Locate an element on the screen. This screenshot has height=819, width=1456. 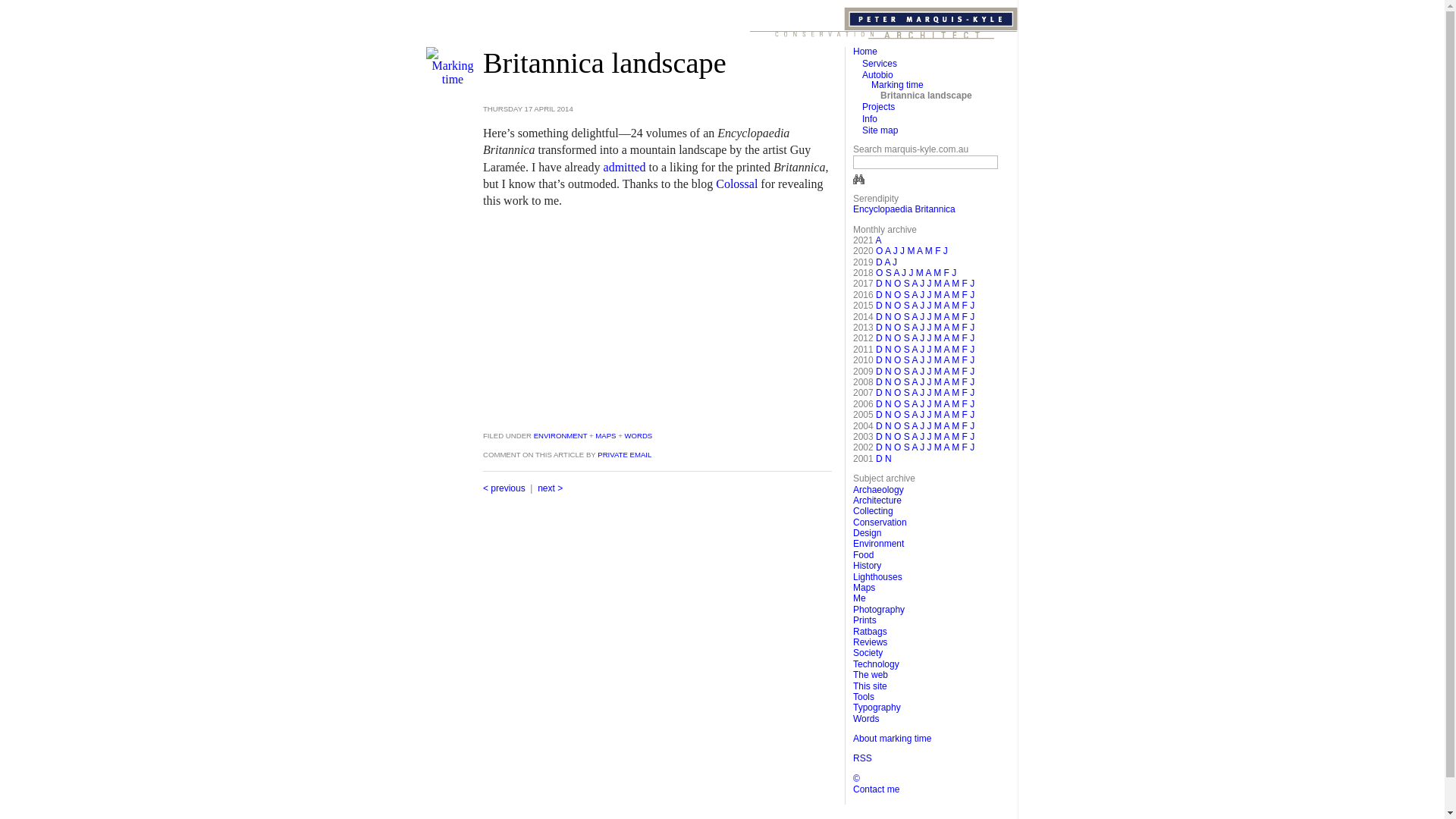
'M' is located at coordinates (937, 371).